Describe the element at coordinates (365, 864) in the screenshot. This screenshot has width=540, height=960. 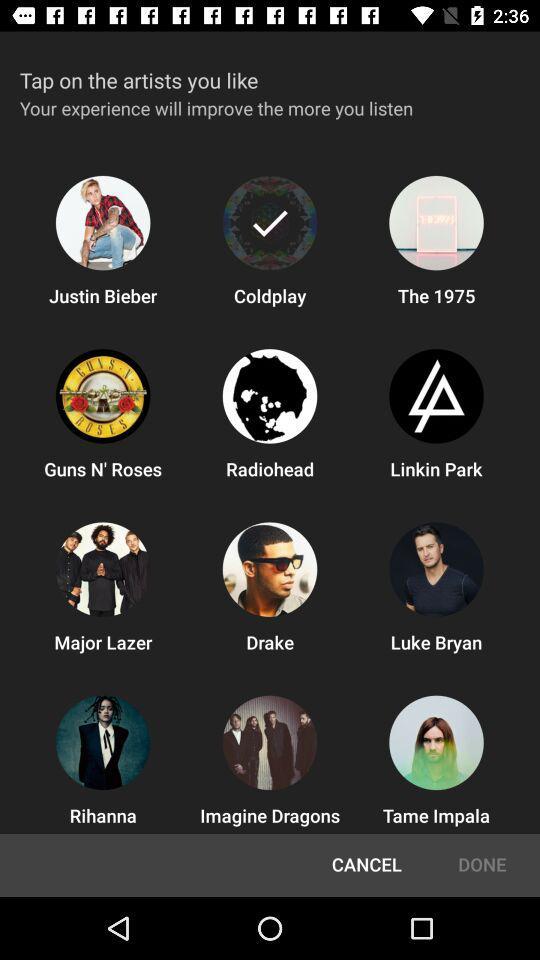
I see `the item to the right of rihanna` at that location.